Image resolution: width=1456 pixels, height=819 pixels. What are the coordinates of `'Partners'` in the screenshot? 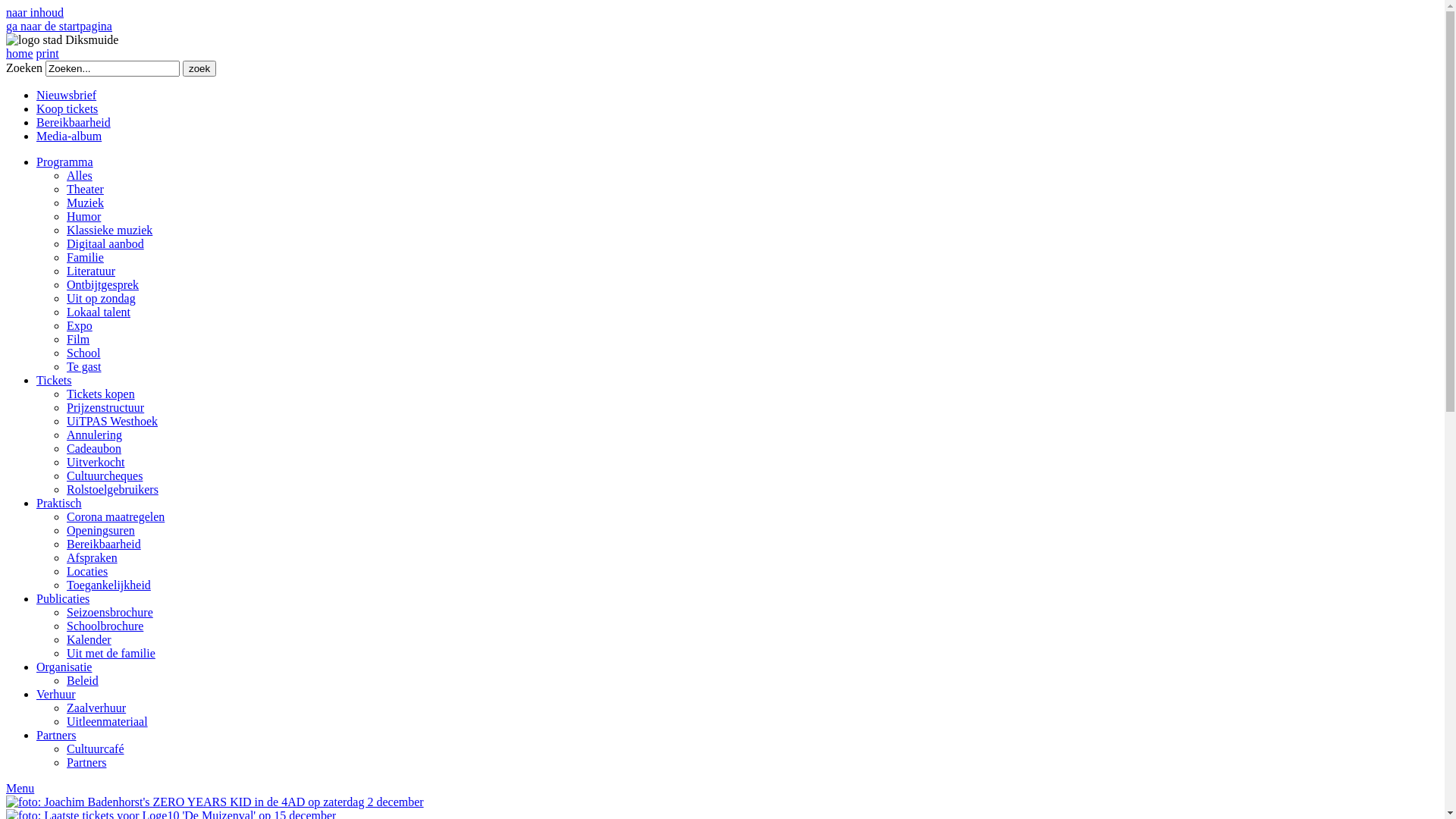 It's located at (65, 762).